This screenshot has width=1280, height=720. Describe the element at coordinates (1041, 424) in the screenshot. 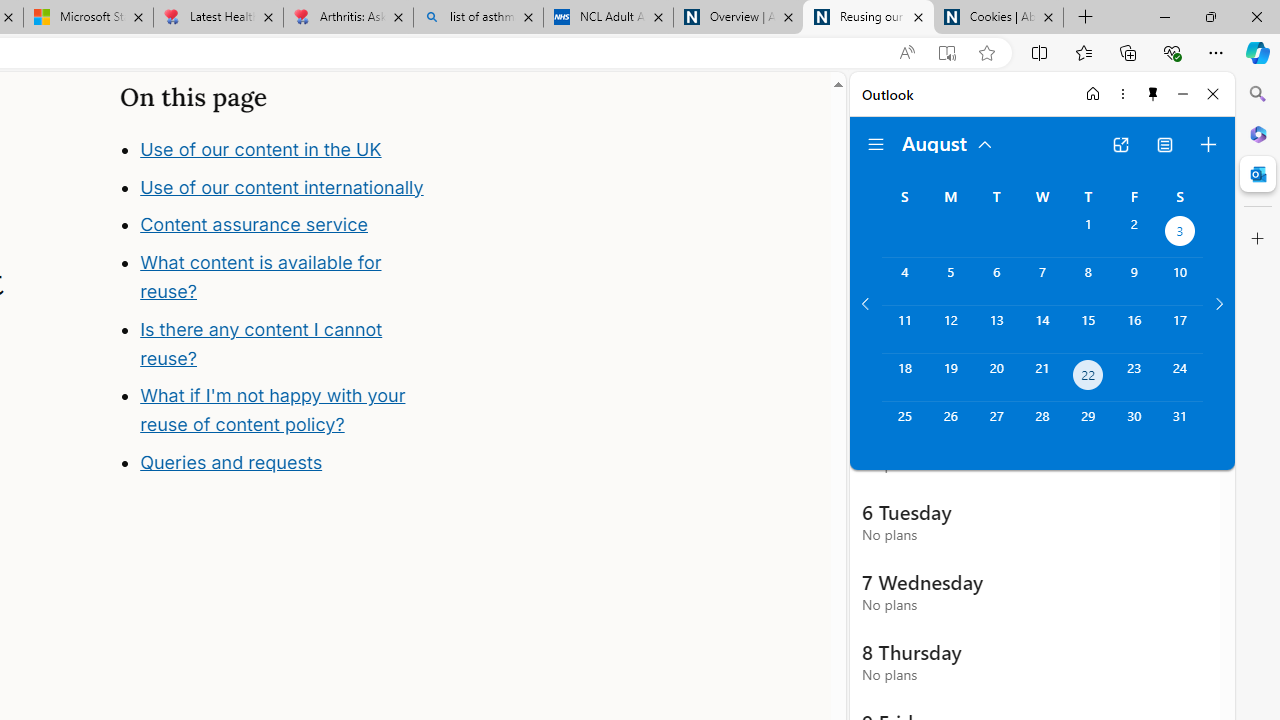

I see `'Wednesday, August 28, 2024. '` at that location.